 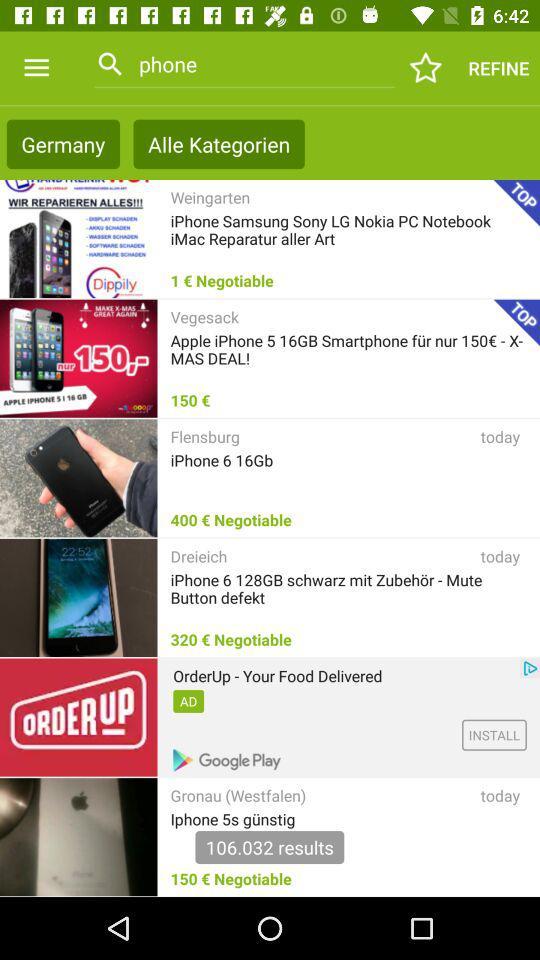 What do you see at coordinates (493, 734) in the screenshot?
I see `the install` at bounding box center [493, 734].